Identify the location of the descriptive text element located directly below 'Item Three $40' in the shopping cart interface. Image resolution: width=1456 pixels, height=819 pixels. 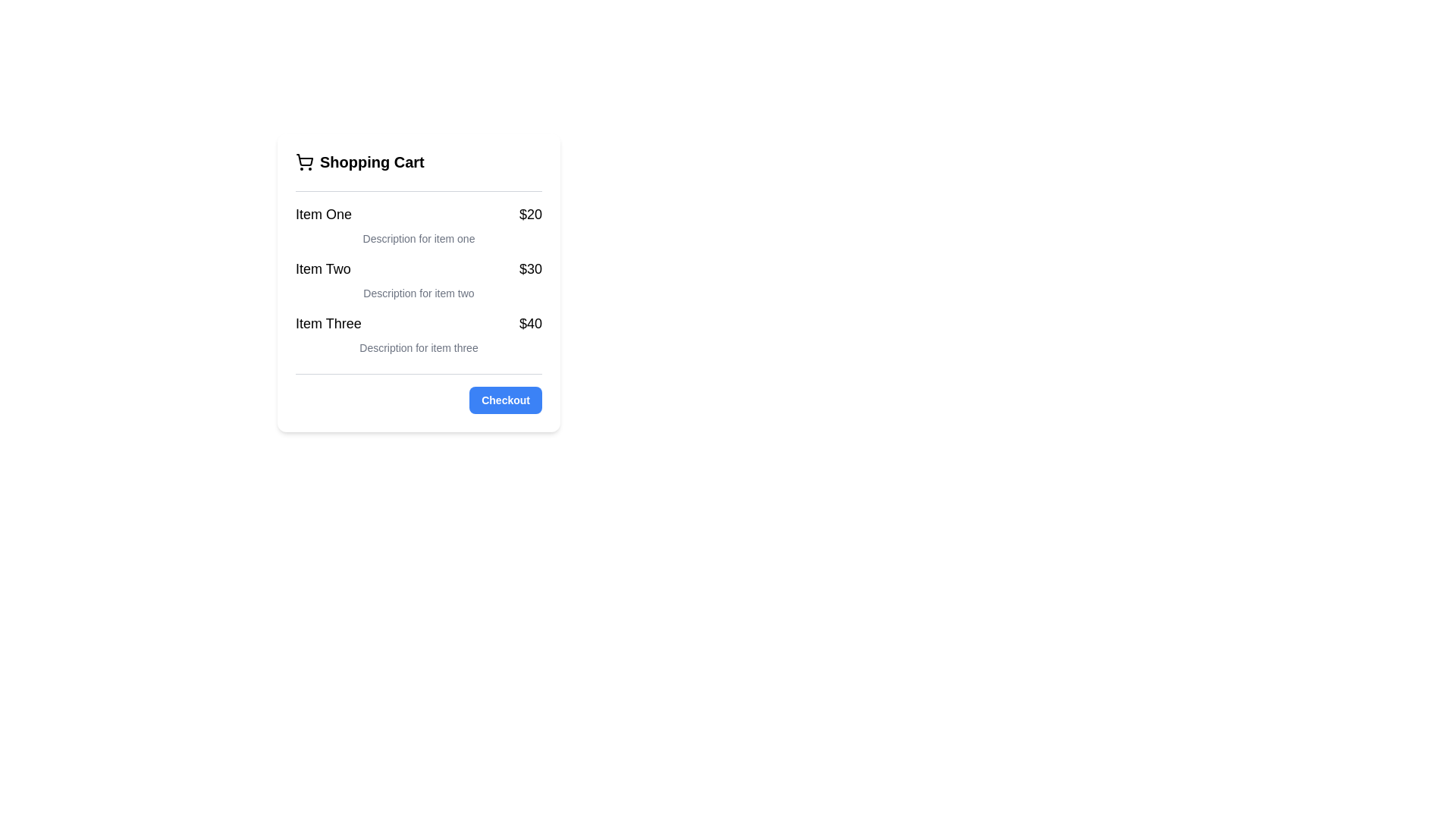
(419, 348).